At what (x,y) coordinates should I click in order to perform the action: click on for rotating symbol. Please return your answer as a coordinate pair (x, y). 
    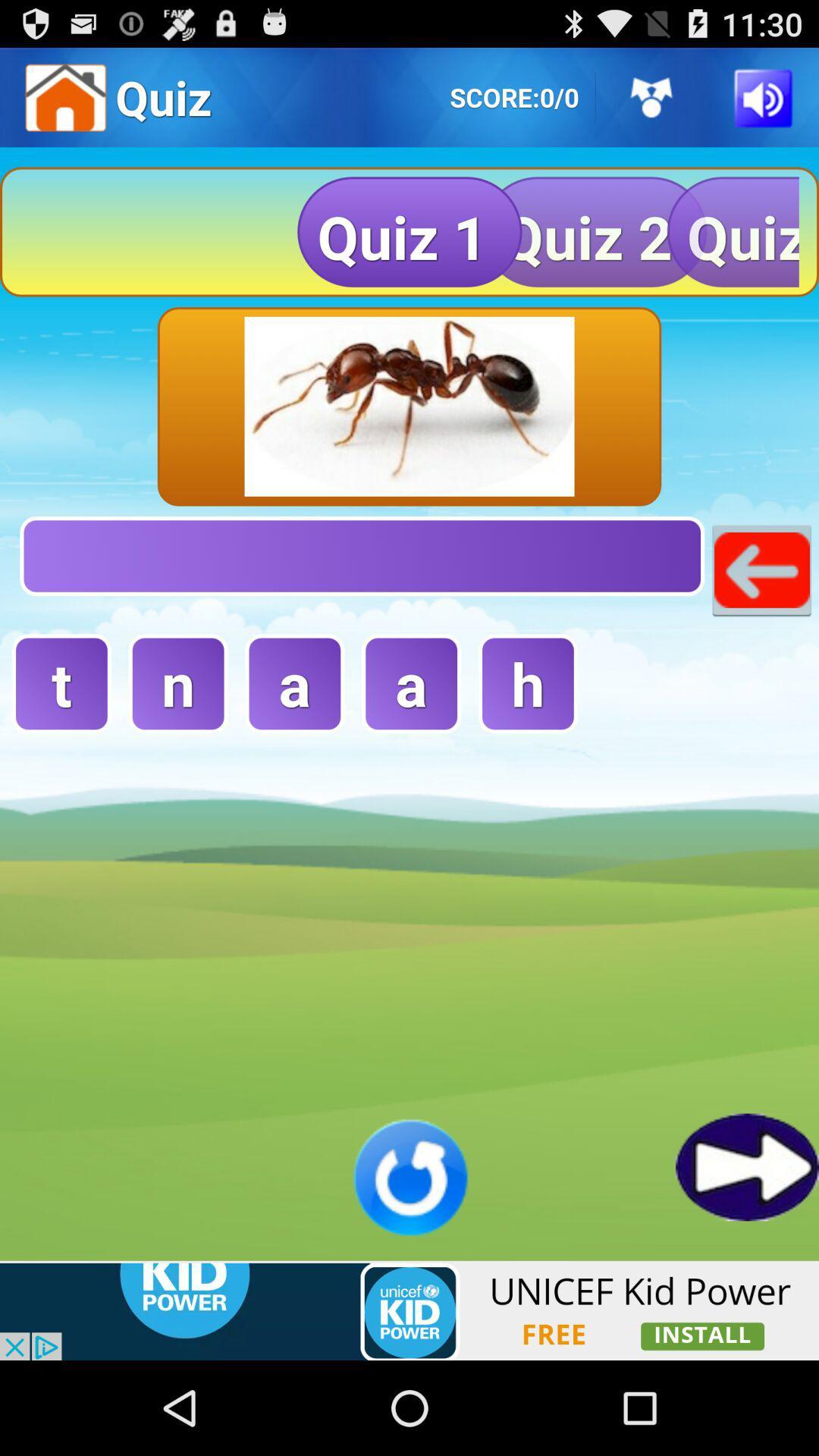
    Looking at the image, I should click on (409, 1176).